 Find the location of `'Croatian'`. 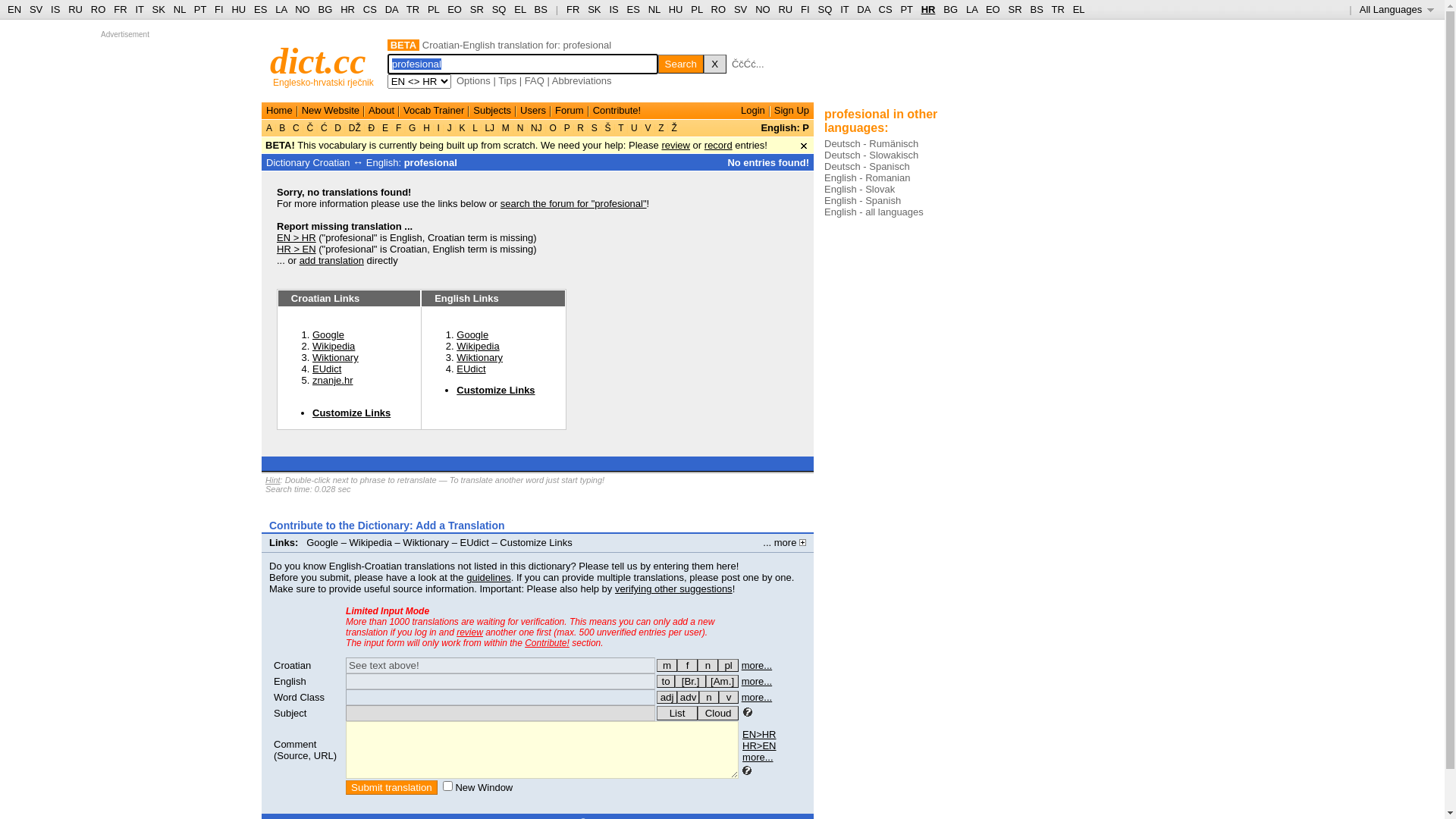

'Croatian' is located at coordinates (292, 664).